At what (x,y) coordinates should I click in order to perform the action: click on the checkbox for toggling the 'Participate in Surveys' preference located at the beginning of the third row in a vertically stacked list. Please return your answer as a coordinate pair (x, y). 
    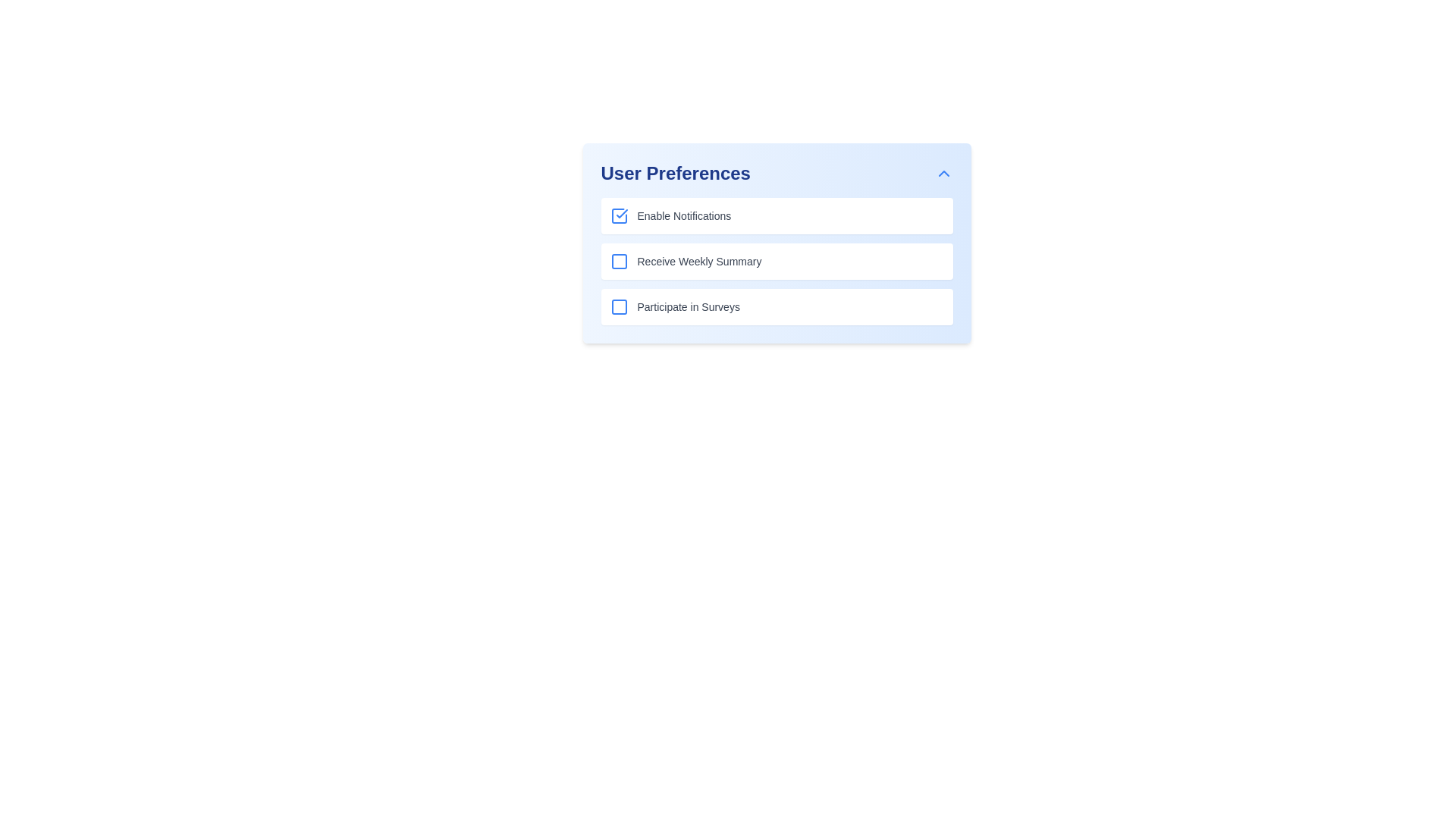
    Looking at the image, I should click on (619, 307).